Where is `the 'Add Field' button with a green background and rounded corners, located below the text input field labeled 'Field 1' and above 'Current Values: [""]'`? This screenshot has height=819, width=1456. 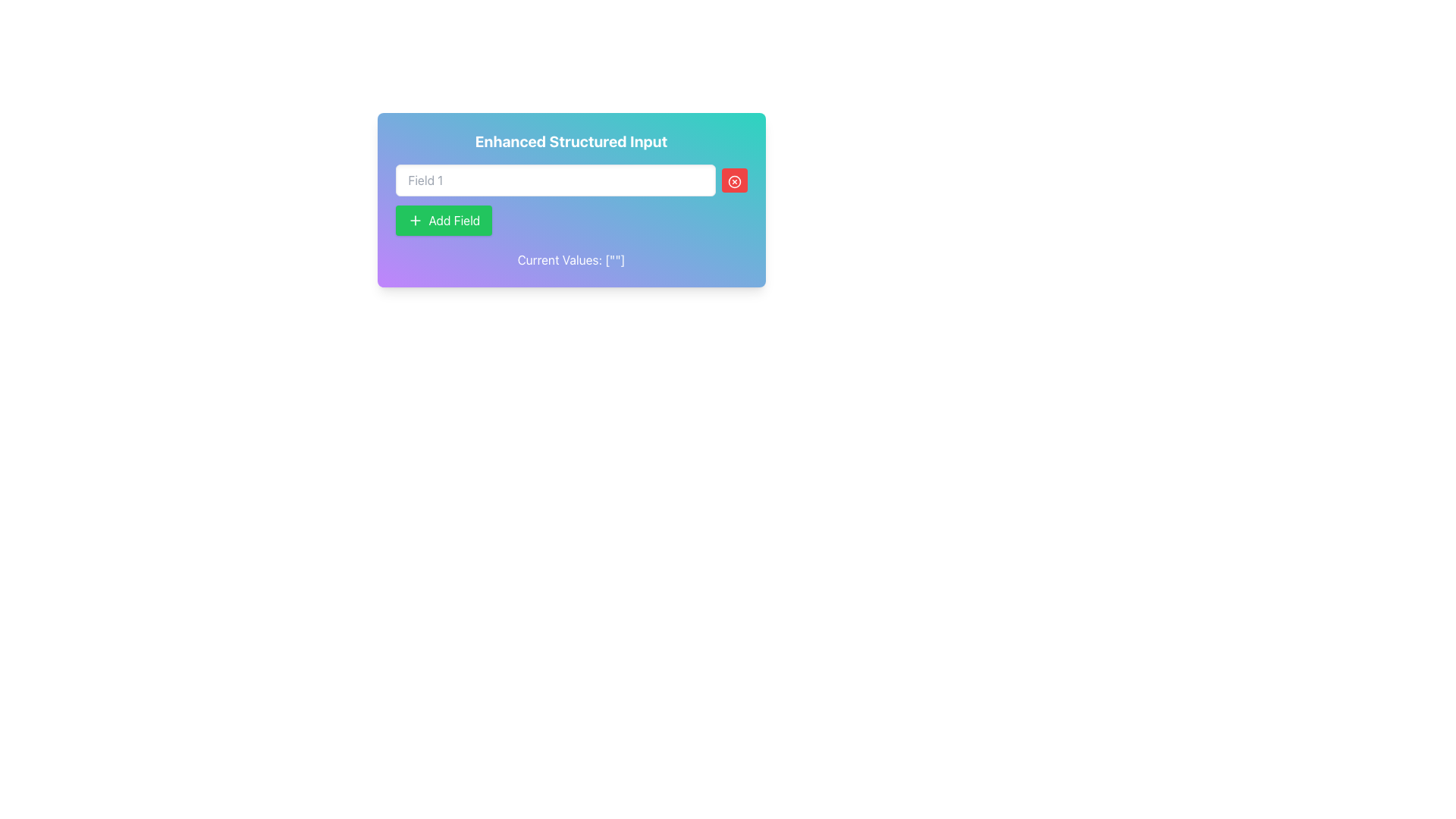
the 'Add Field' button with a green background and rounded corners, located below the text input field labeled 'Field 1' and above 'Current Values: [""]' is located at coordinates (443, 220).